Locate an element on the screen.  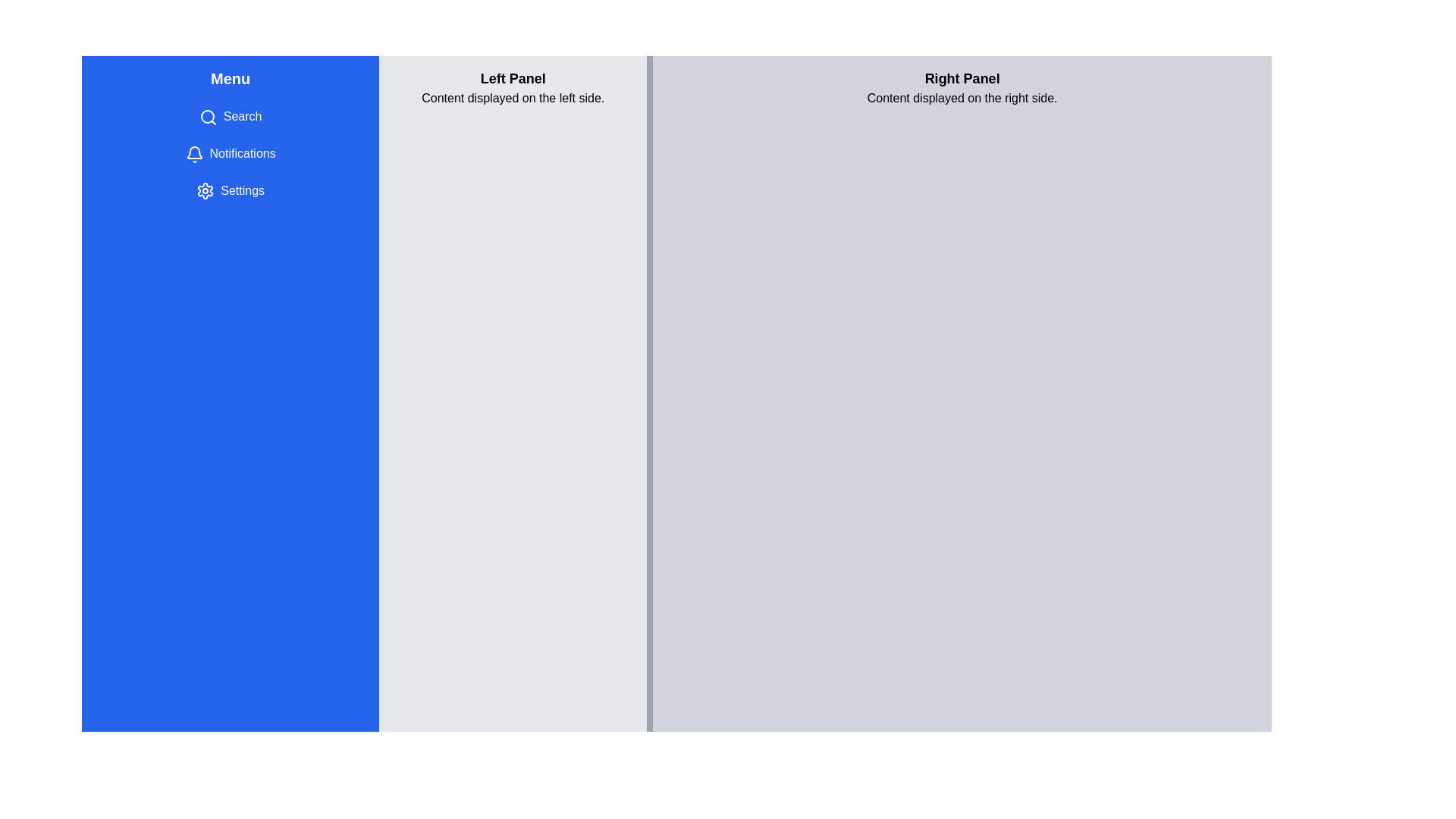
the circular part of the magnifier icon within the 'Search' option in the left-side blue menu panel is located at coordinates (206, 115).